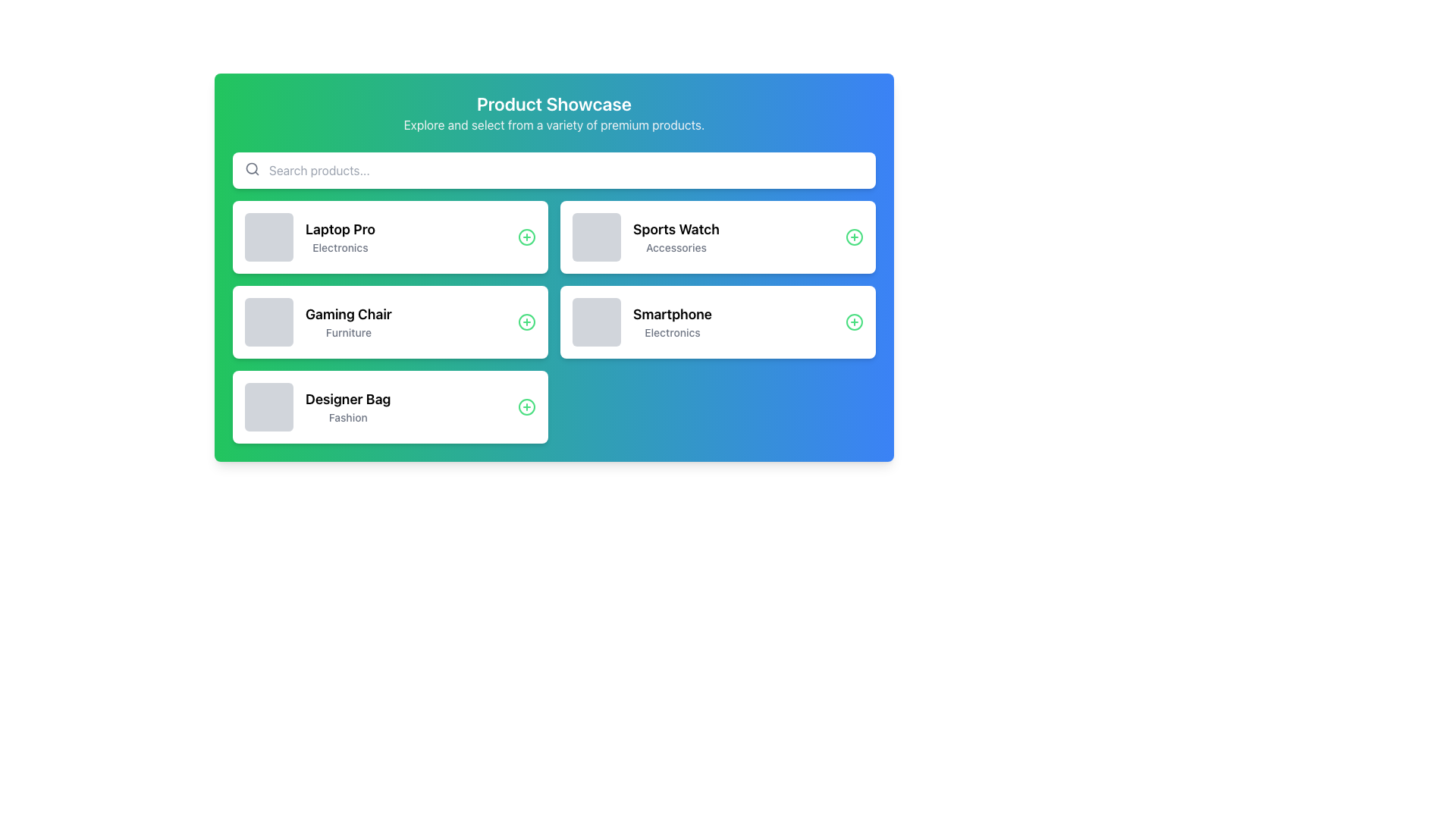 The image size is (1456, 819). I want to click on the text label that categorizes or describes the item 'Laptop Pro', which is located directly below the corresponding text label within the top-left section of the interface, so click(339, 247).